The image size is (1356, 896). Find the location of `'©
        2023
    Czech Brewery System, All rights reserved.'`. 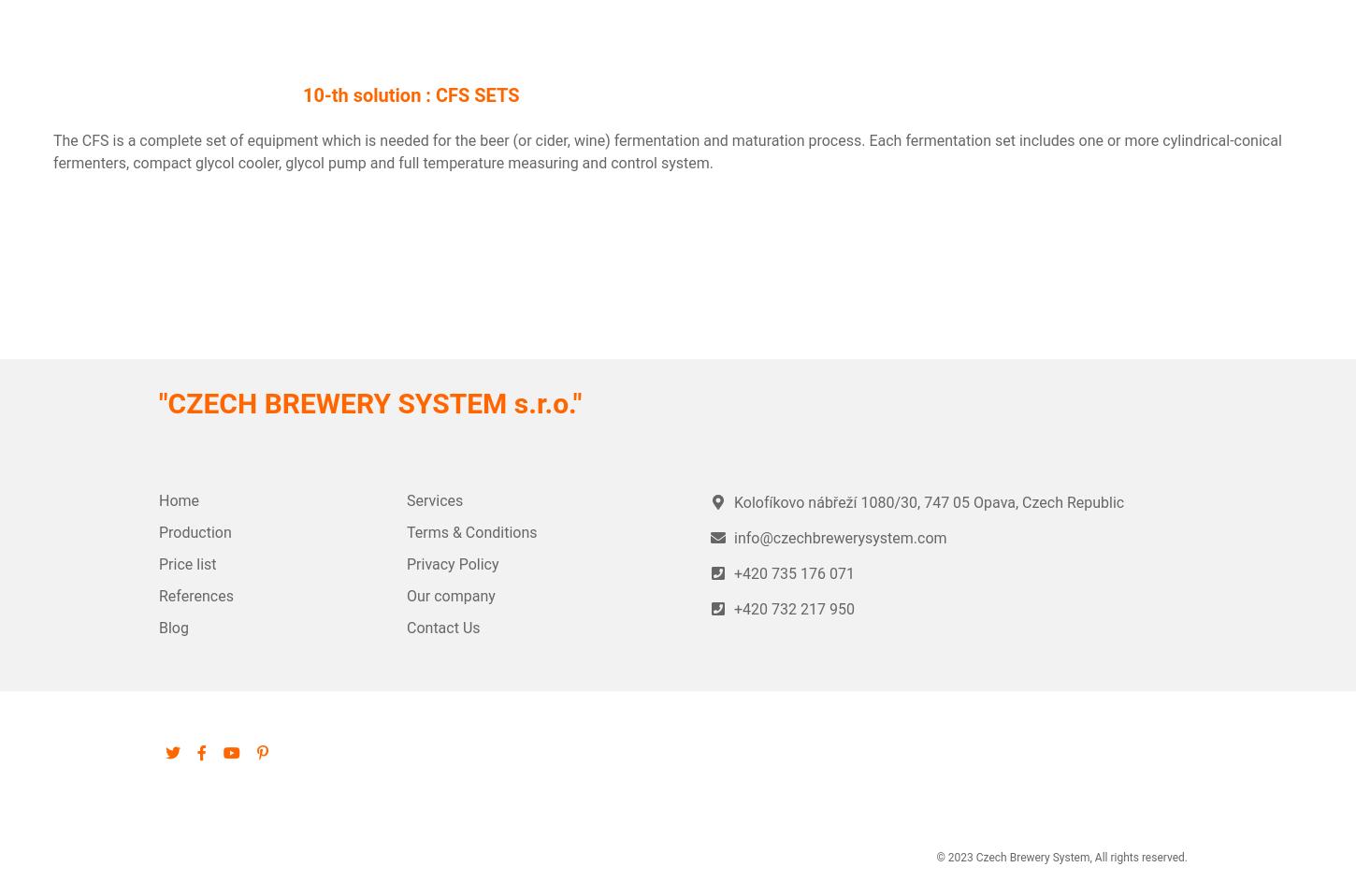

'©
        2023
    Czech Brewery System, All rights reserved.' is located at coordinates (1060, 857).